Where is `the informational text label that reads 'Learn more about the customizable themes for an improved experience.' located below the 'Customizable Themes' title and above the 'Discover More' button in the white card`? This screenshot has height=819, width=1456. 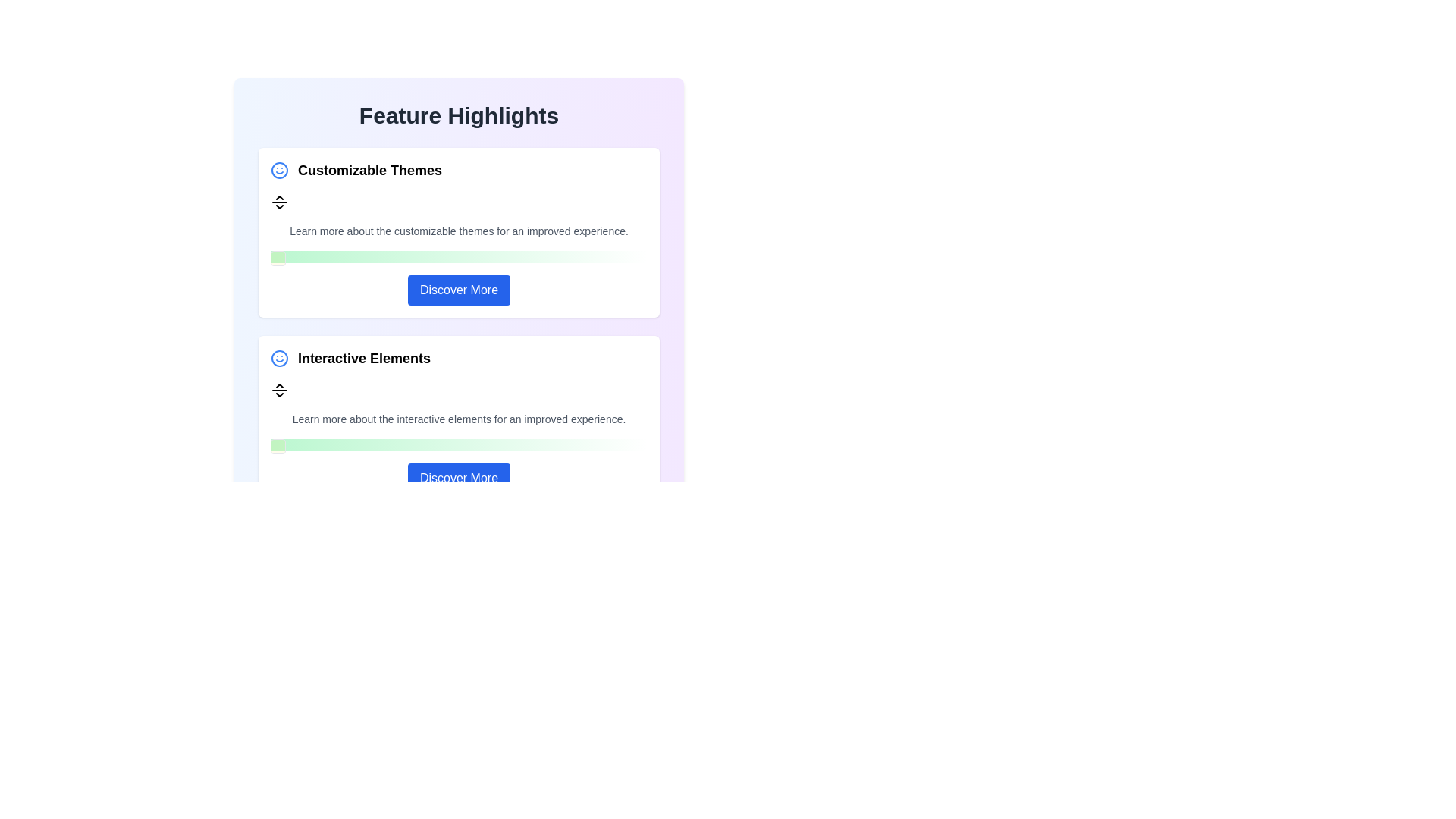
the informational text label that reads 'Learn more about the customizable themes for an improved experience.' located below the 'Customizable Themes' title and above the 'Discover More' button in the white card is located at coordinates (458, 231).